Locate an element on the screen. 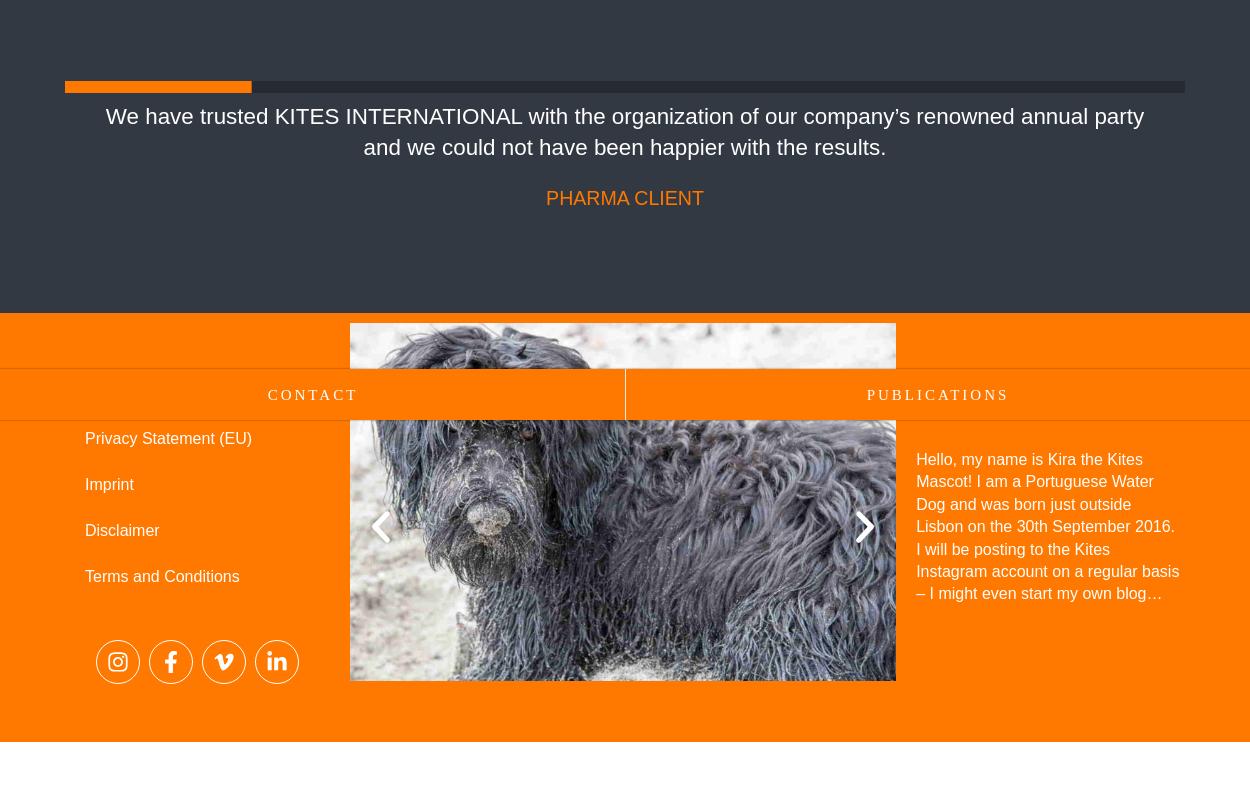  'Terms and Conditions' is located at coordinates (84, 575).